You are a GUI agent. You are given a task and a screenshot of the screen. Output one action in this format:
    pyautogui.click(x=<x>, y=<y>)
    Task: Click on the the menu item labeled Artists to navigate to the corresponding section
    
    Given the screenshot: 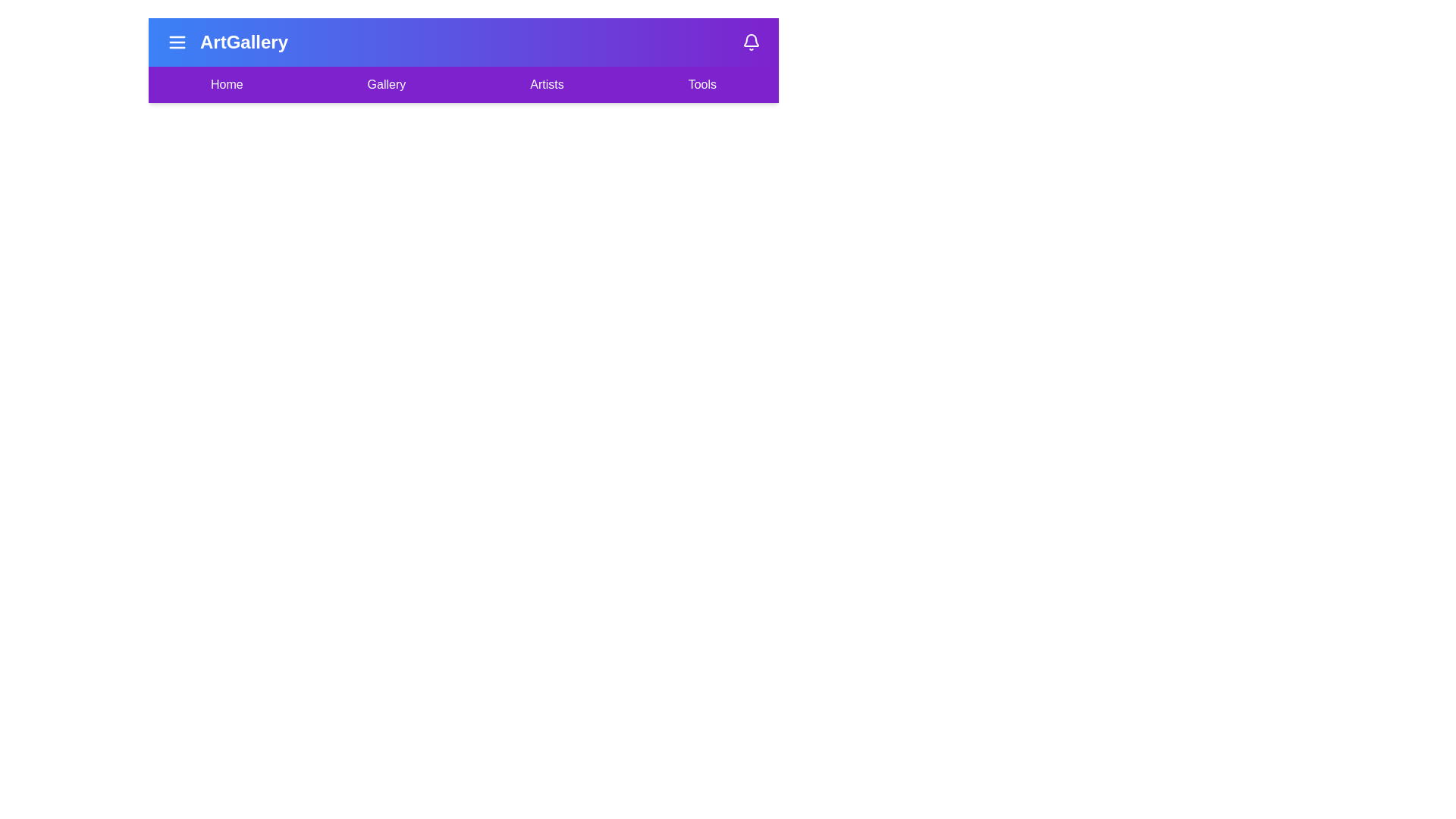 What is the action you would take?
    pyautogui.click(x=546, y=84)
    